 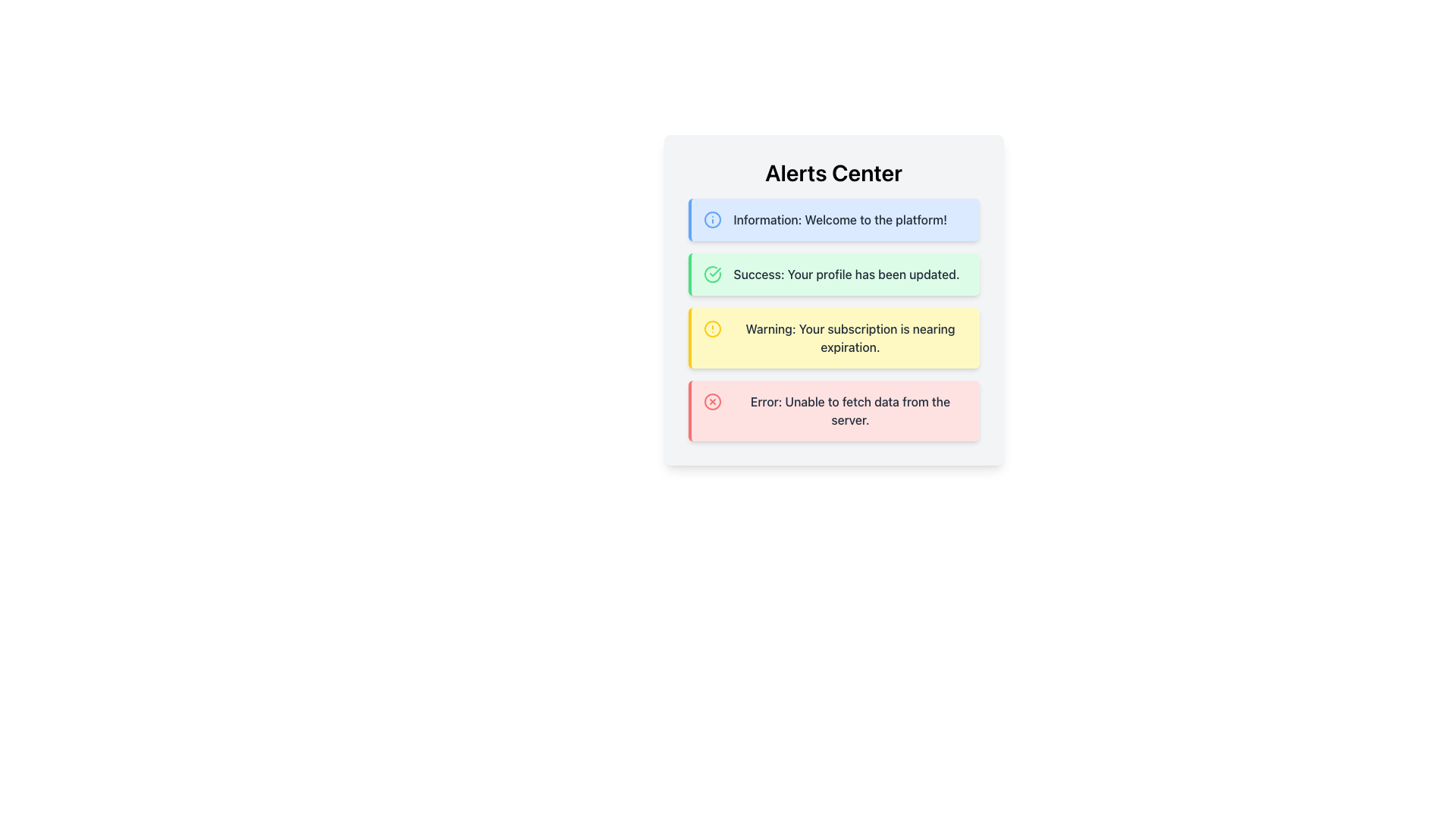 What do you see at coordinates (711, 328) in the screenshot?
I see `the circular outline within the yellow notification box that contains the text 'Warning: Your subscription is nearing expiration.'` at bounding box center [711, 328].